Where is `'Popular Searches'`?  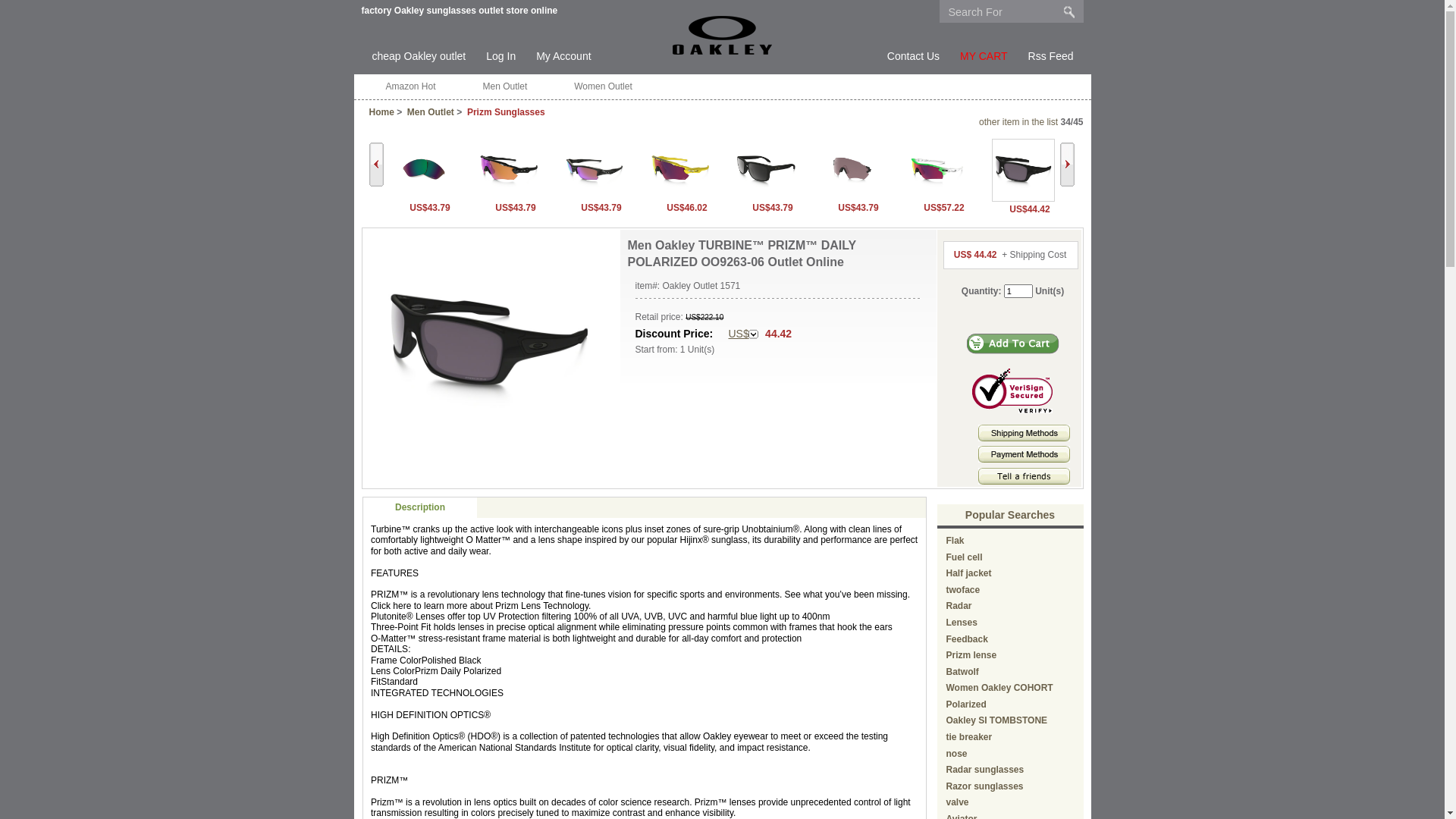 'Popular Searches' is located at coordinates (964, 513).